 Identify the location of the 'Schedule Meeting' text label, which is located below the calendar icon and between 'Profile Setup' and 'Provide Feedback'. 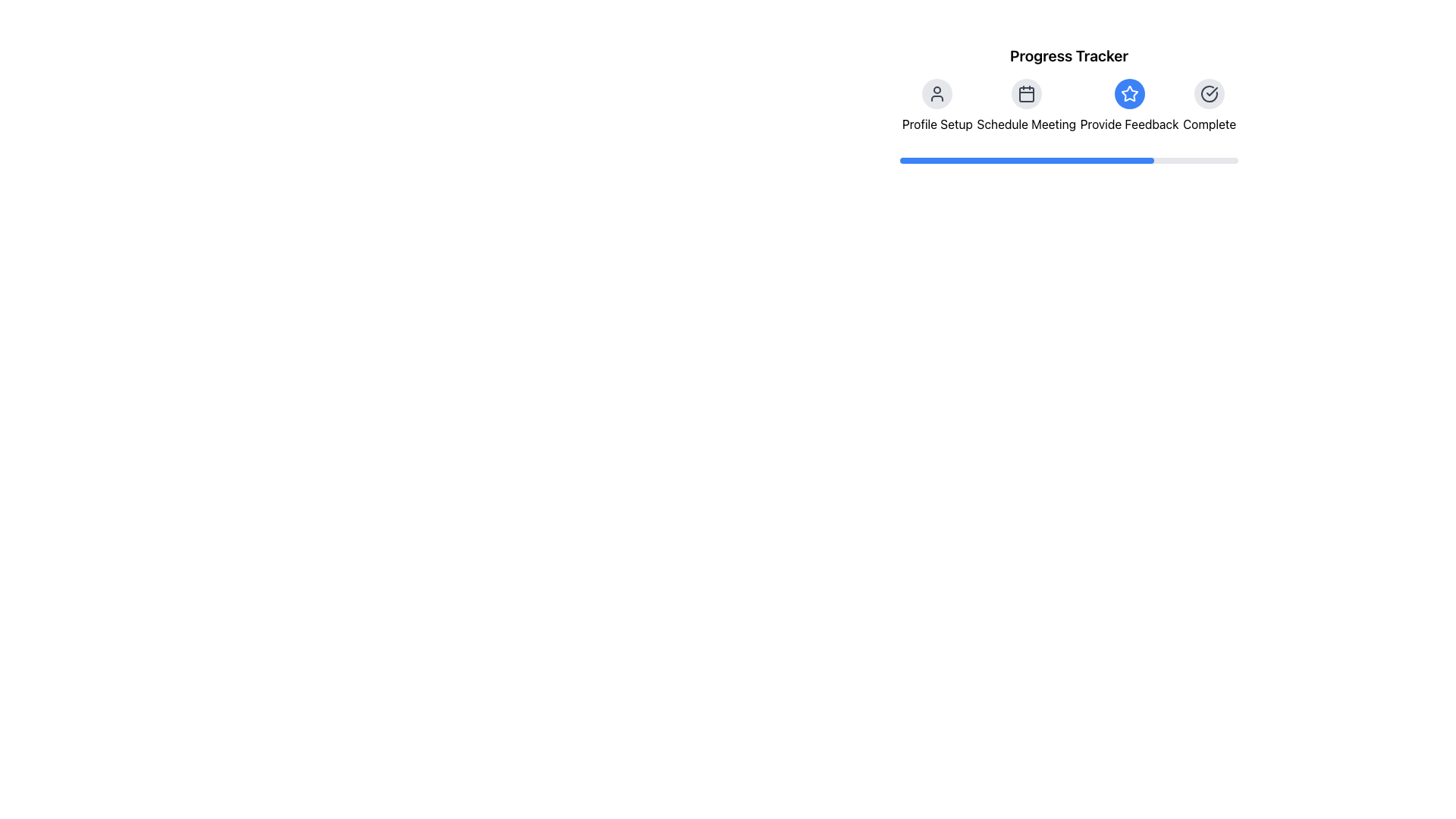
(1026, 124).